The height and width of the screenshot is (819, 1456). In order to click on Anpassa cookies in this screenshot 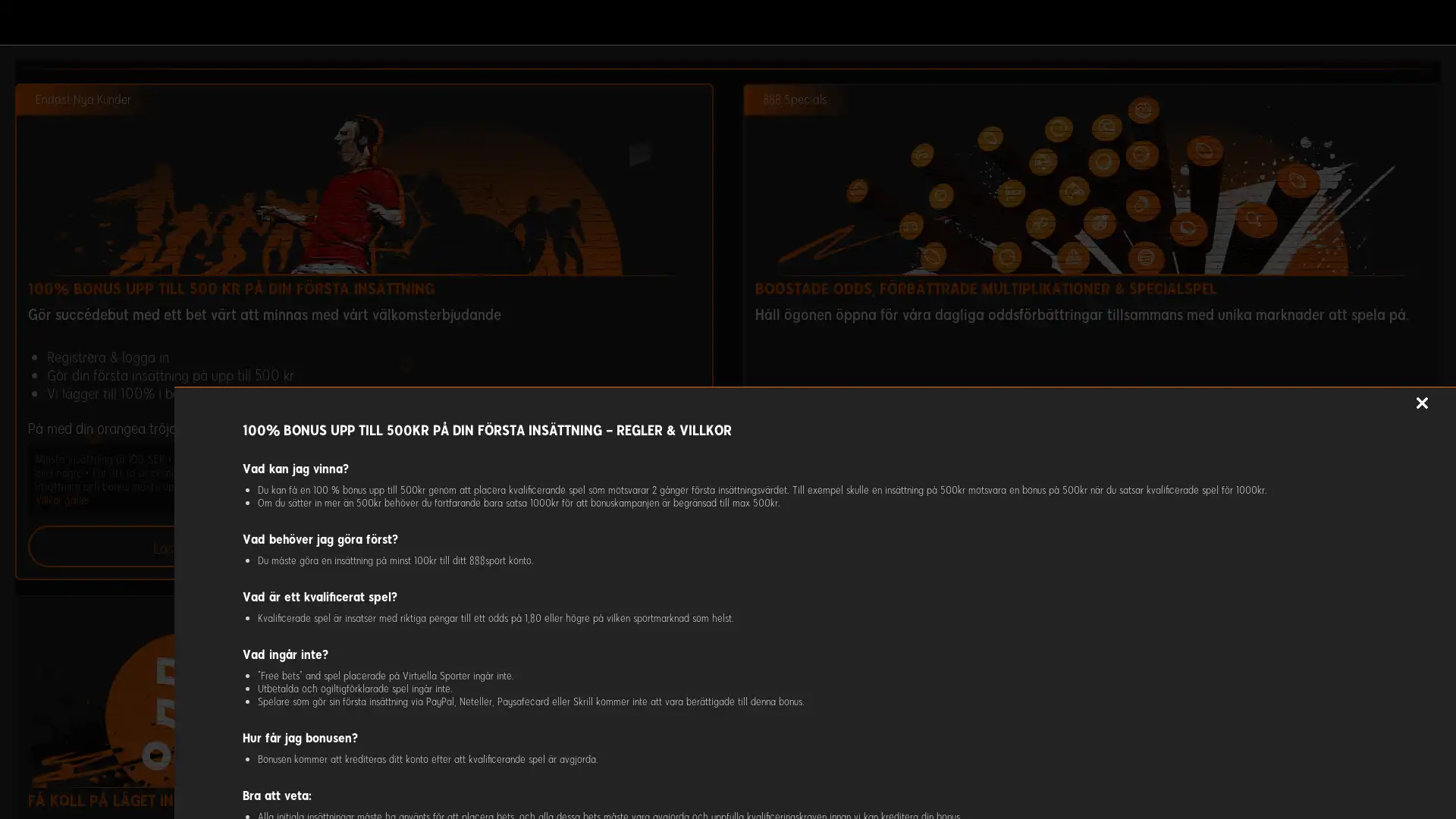, I will do `click(868, 770)`.